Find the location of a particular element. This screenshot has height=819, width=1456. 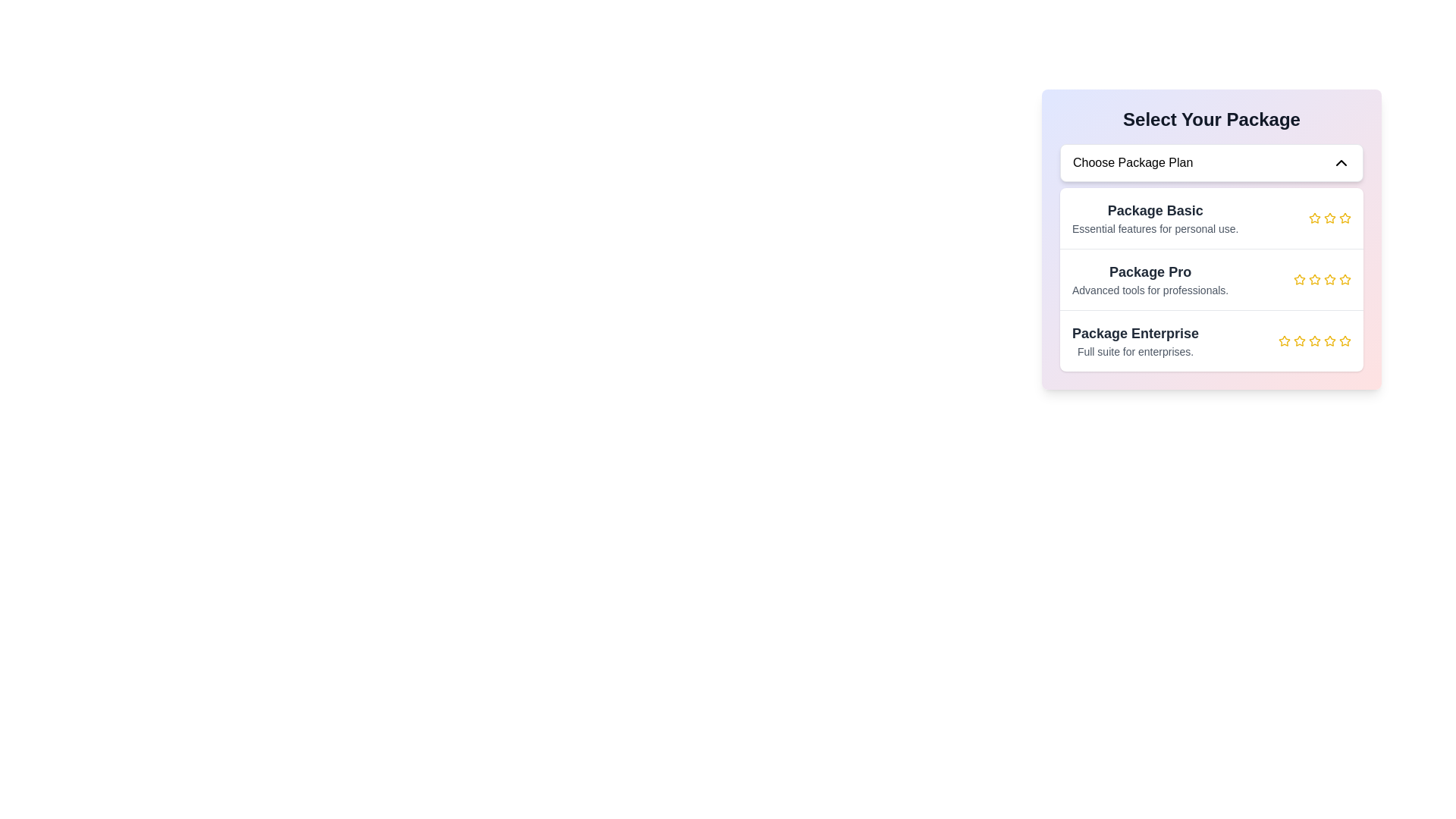

the fifth star icon to rate the 'Package Basic' plan in the 'Select Your Package' section is located at coordinates (1345, 218).